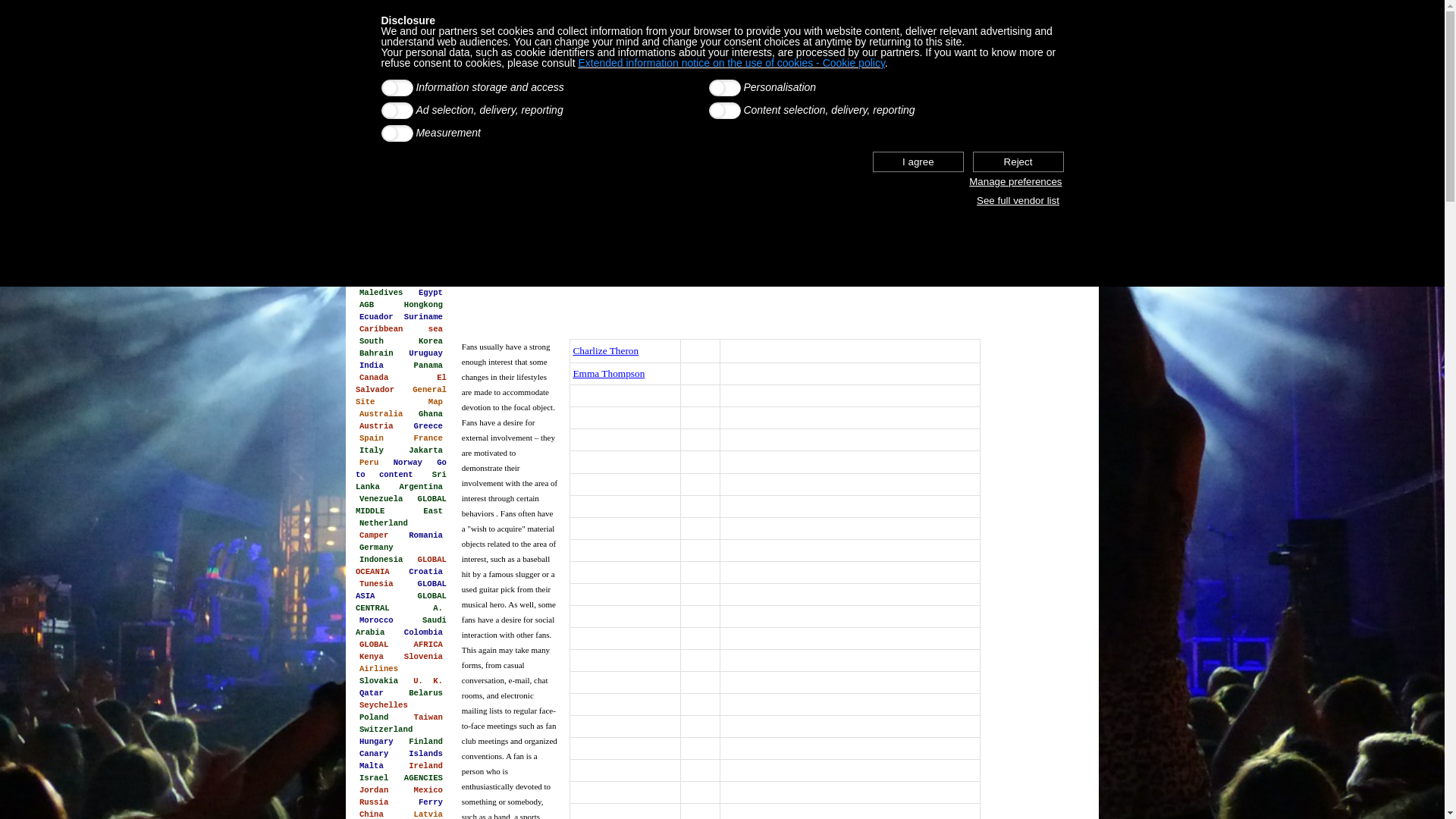 This screenshot has height=819, width=1456. I want to click on 'Camper', so click(374, 534).